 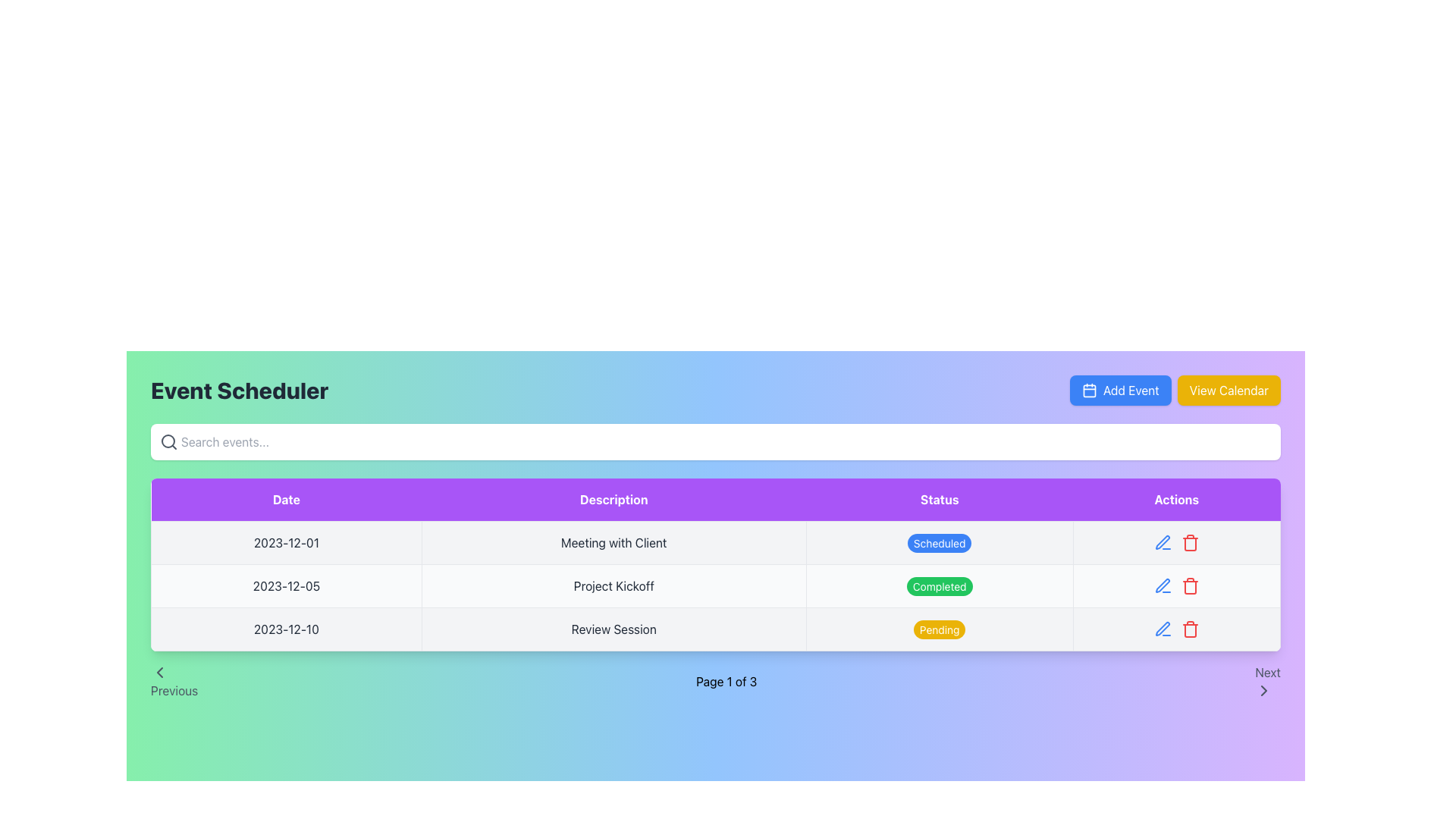 I want to click on the first event row in the table displaying details about an event, which includes the date '2023-12-01', the event title 'Meeting with Client', and a 'Scheduled' badge with a blue background, so click(x=715, y=542).